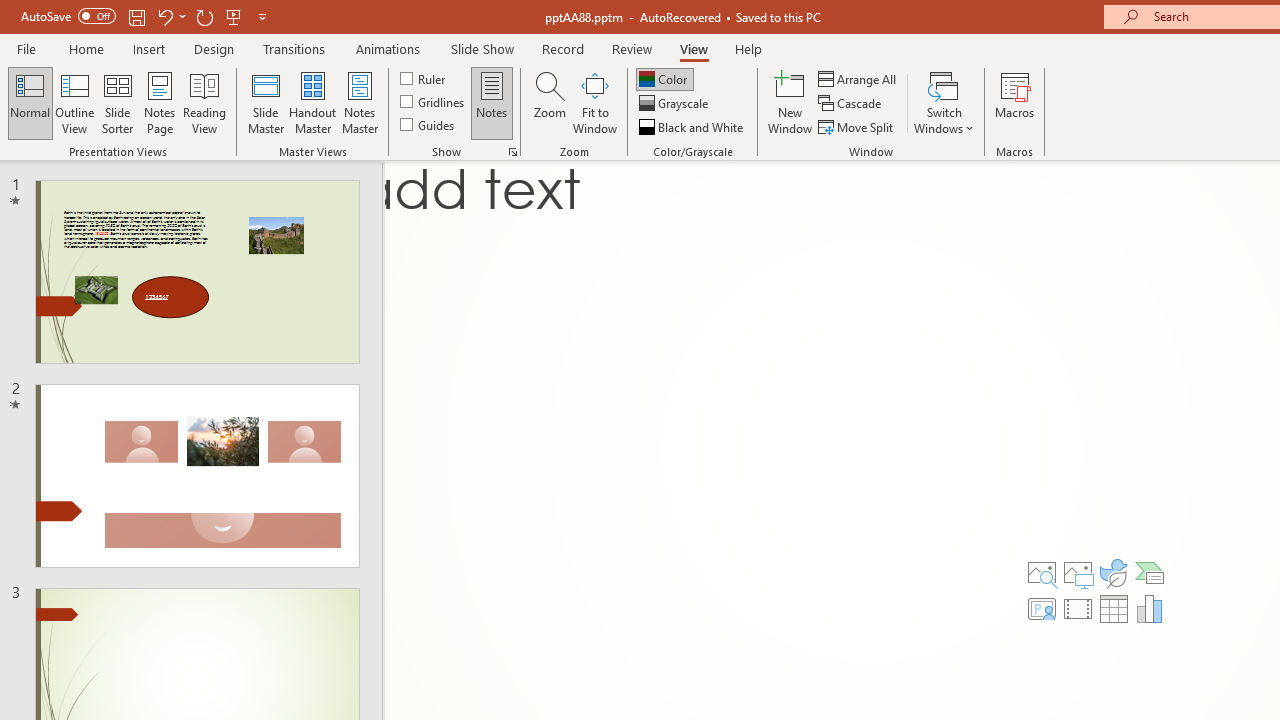 Image resolution: width=1280 pixels, height=720 pixels. I want to click on 'Insert Chart', so click(1150, 608).